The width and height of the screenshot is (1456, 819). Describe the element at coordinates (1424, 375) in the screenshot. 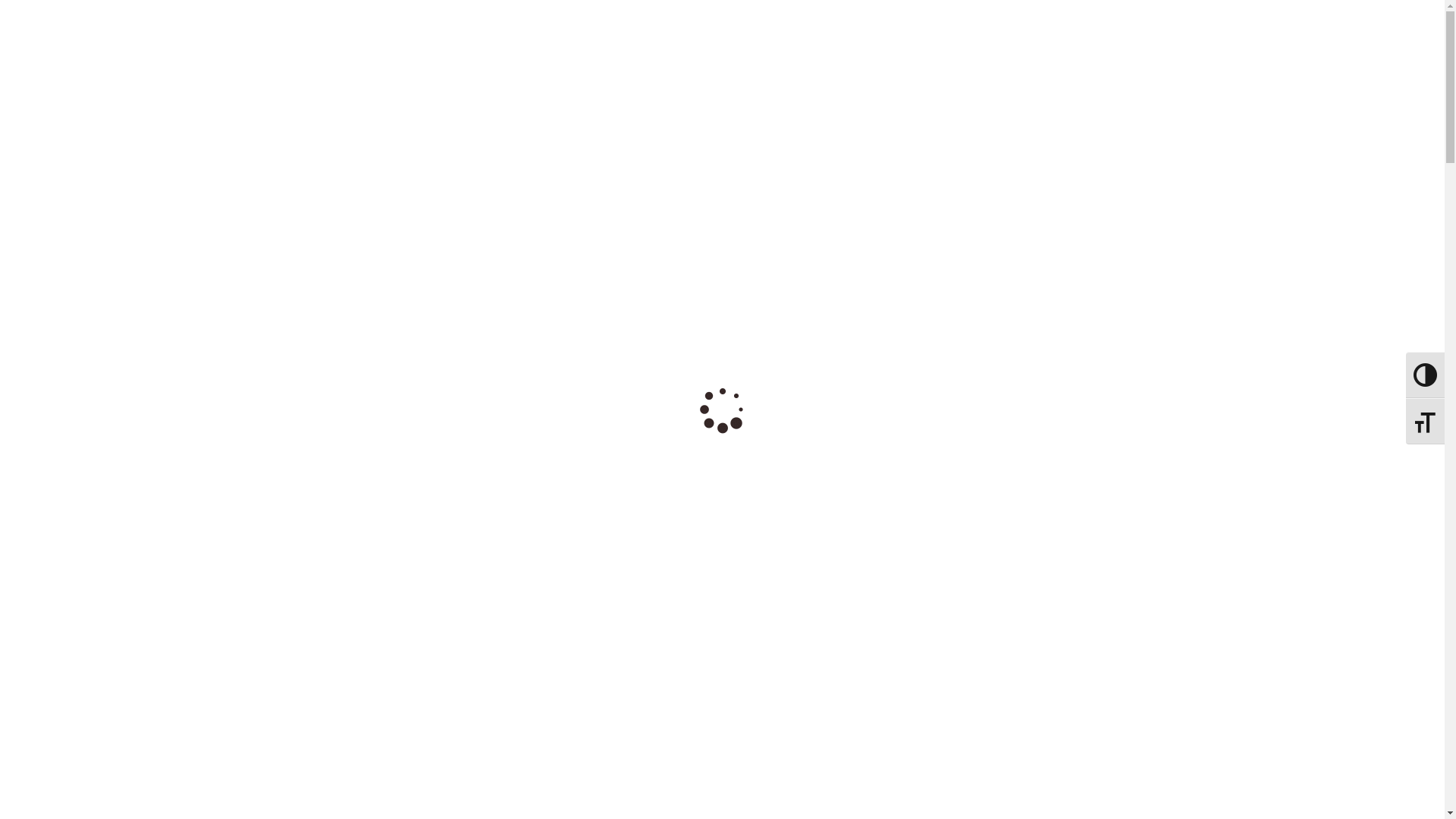

I see `'Toggle High Contrast'` at that location.